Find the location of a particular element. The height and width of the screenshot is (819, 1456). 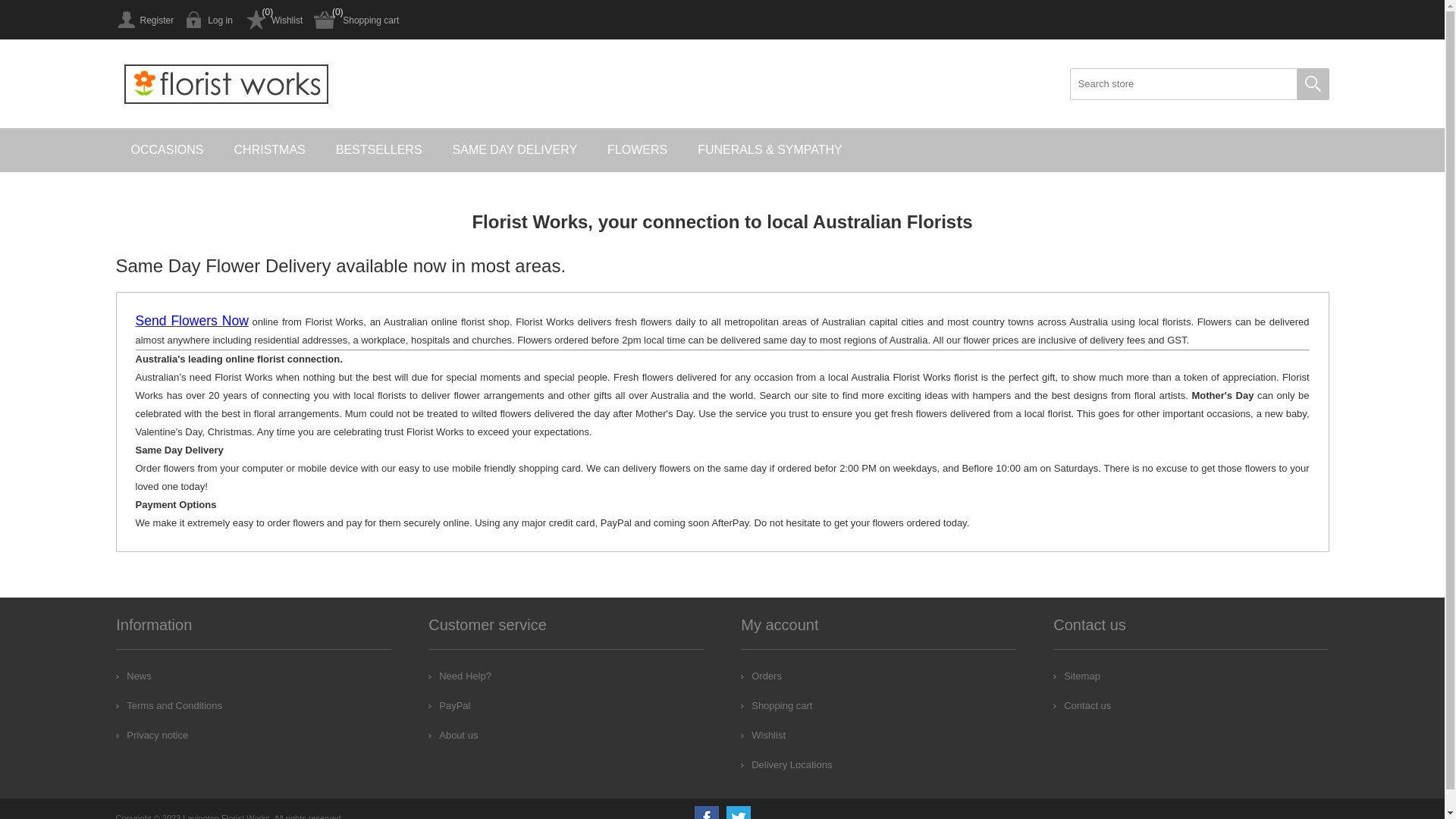

'Orders' is located at coordinates (761, 675).